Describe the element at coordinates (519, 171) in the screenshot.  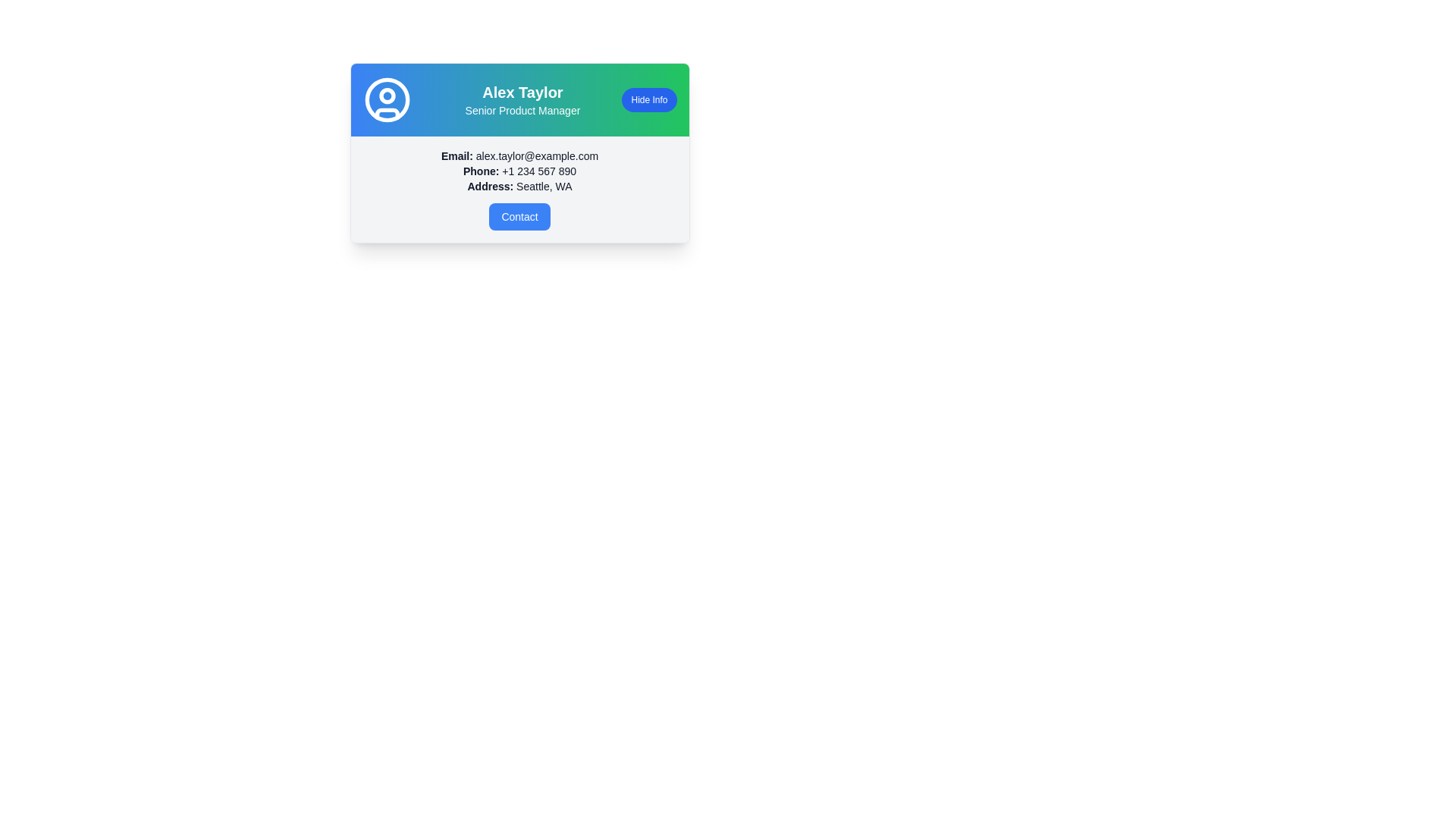
I see `static text displaying the phone number information, which is styled with 'Phone:' in bold followed by the phone number, located in the middle of the contact information block` at that location.